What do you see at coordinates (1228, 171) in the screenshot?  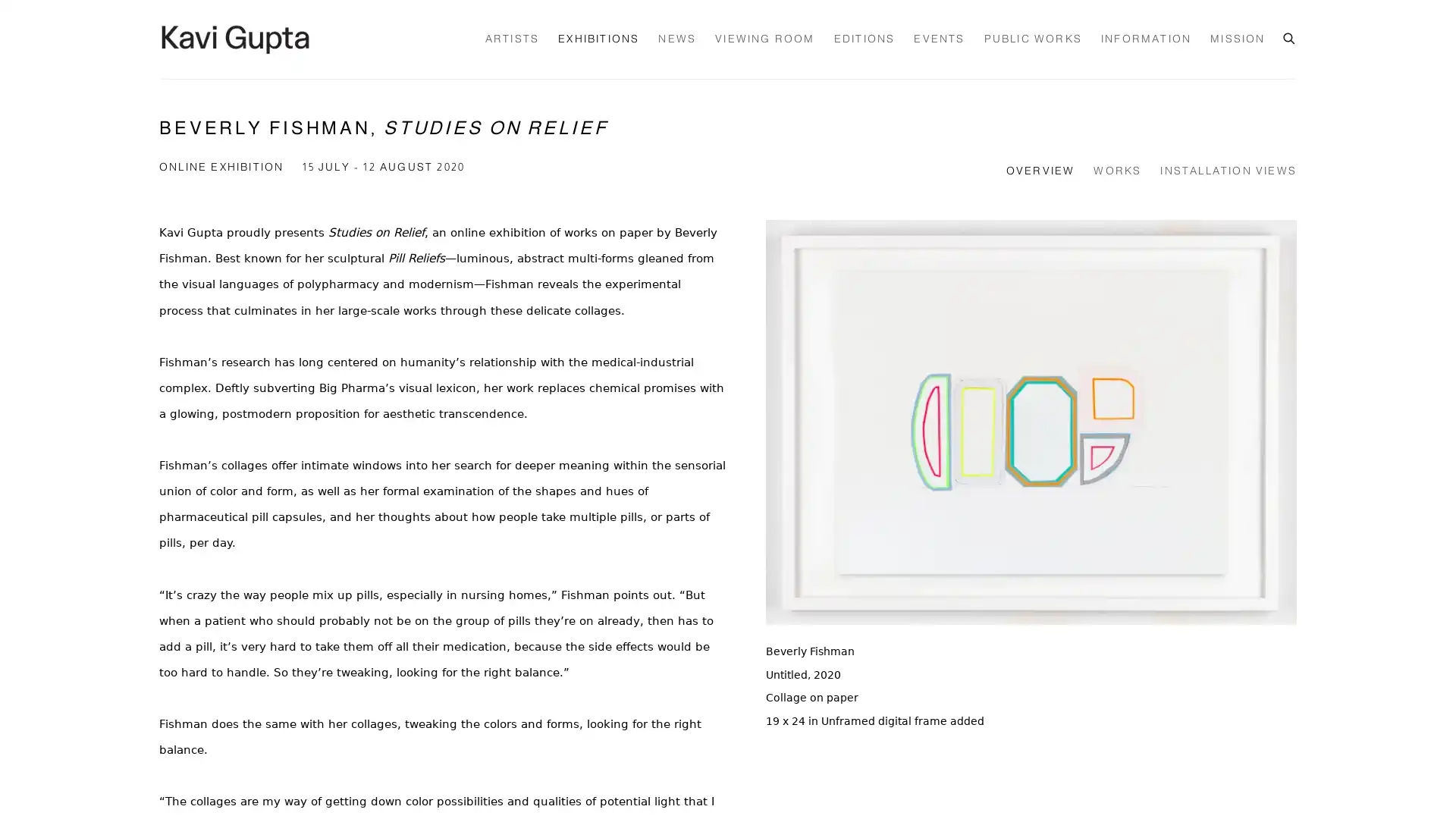 I see `INSTALLATION VIEWS` at bounding box center [1228, 171].